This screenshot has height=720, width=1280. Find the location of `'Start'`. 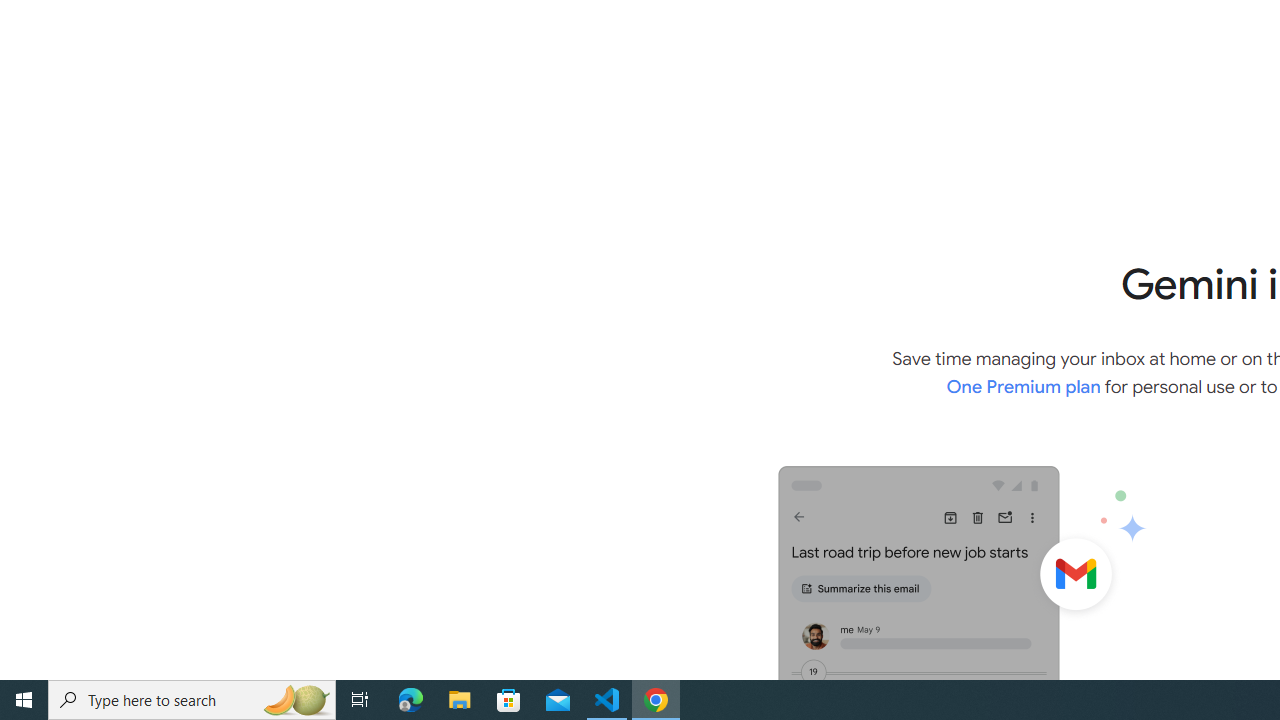

'Start' is located at coordinates (24, 698).